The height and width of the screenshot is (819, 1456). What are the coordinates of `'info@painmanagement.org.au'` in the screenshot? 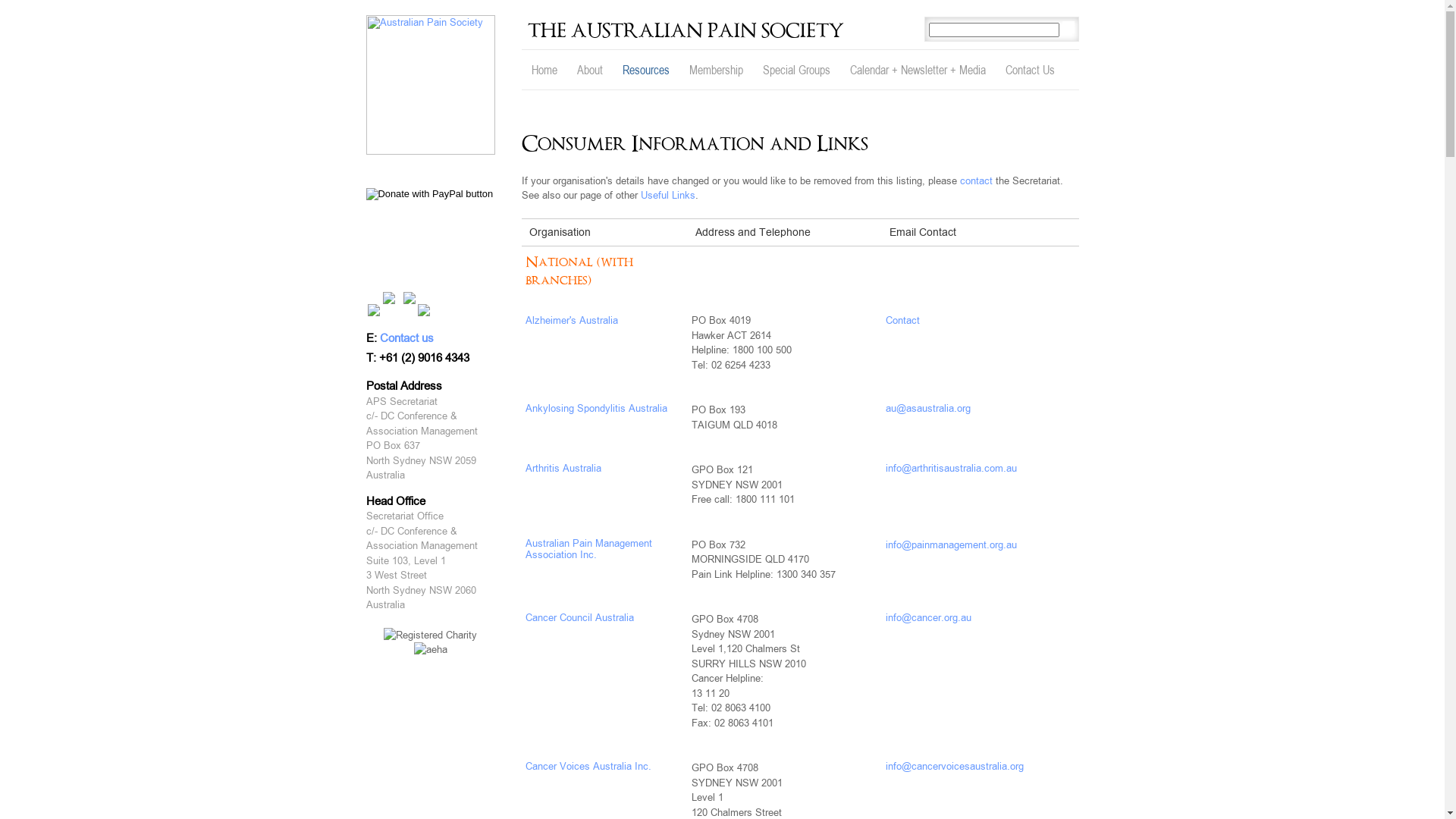 It's located at (950, 544).